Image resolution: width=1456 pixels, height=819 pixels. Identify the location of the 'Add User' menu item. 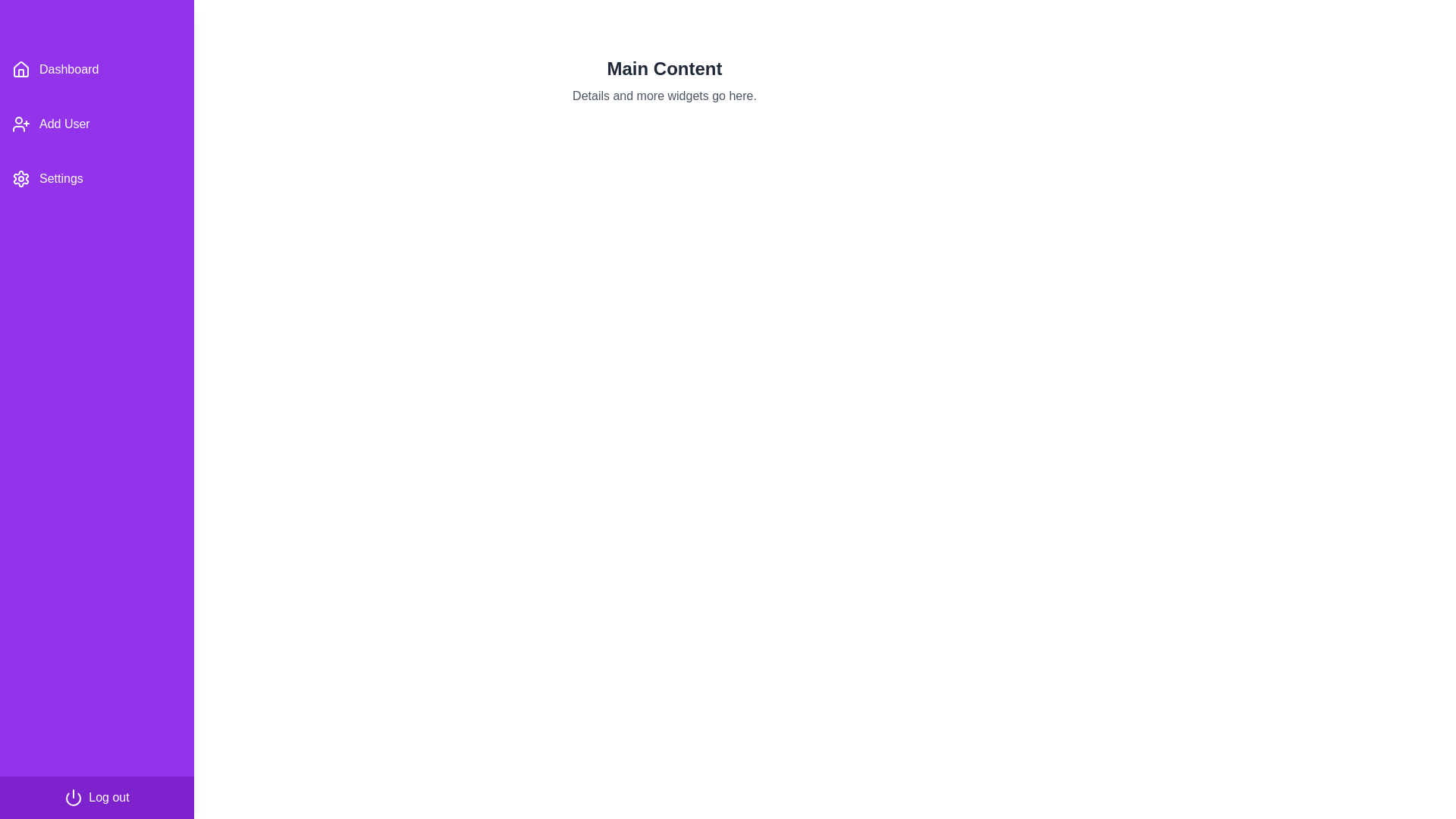
(96, 124).